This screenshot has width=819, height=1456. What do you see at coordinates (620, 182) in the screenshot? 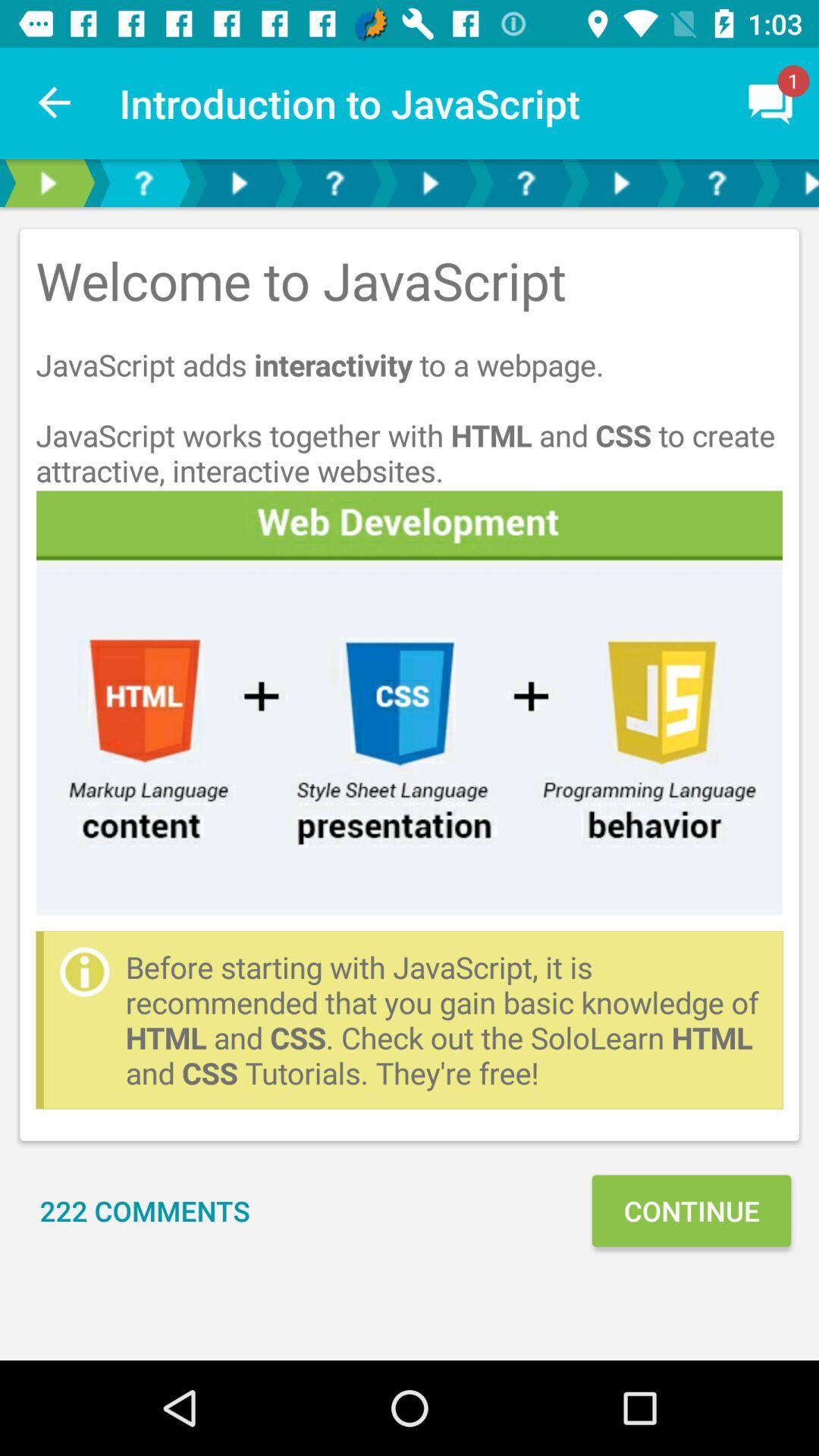
I see `next button` at bounding box center [620, 182].